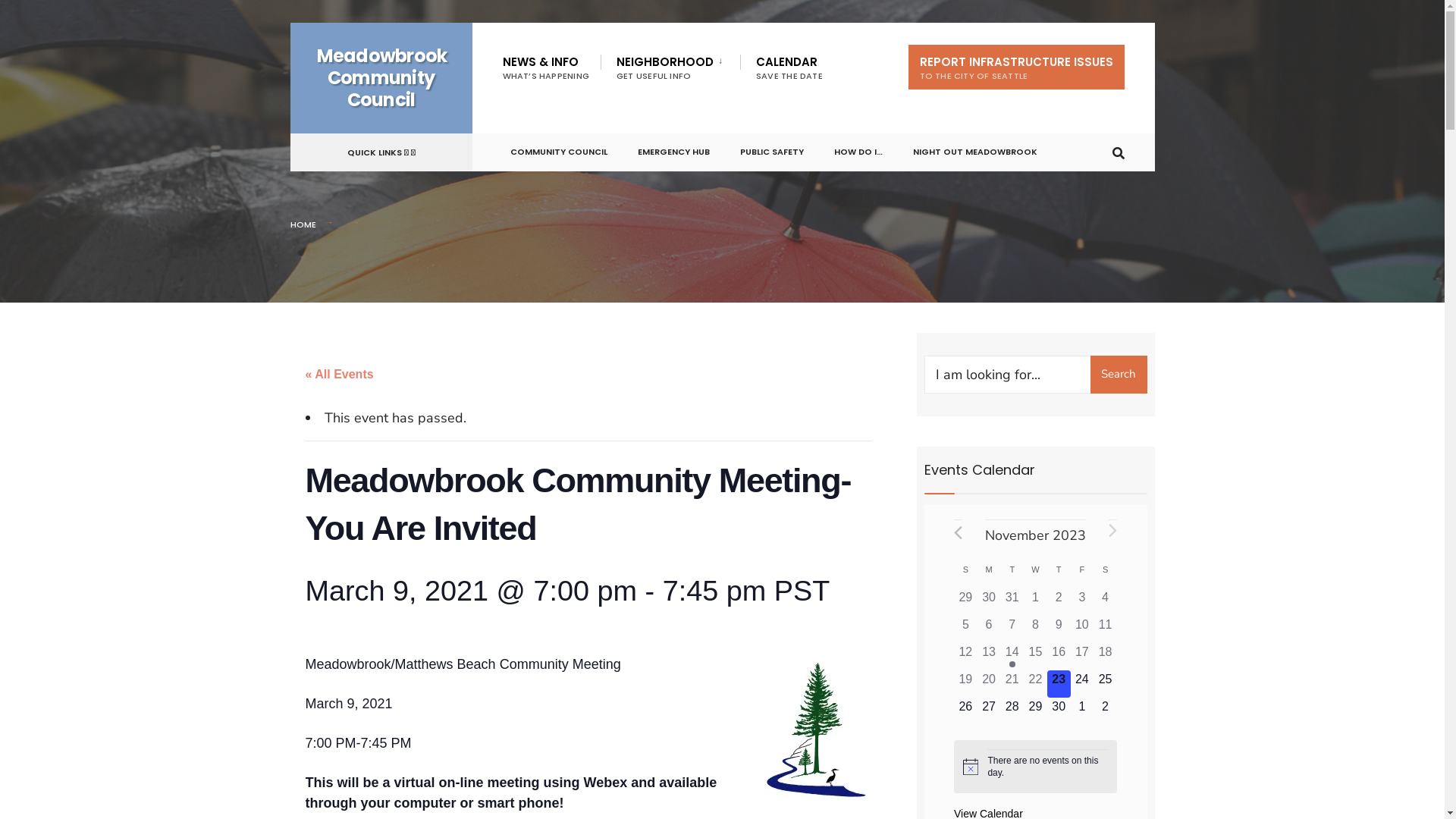  I want to click on 'Skip to content', so click(290, 22).